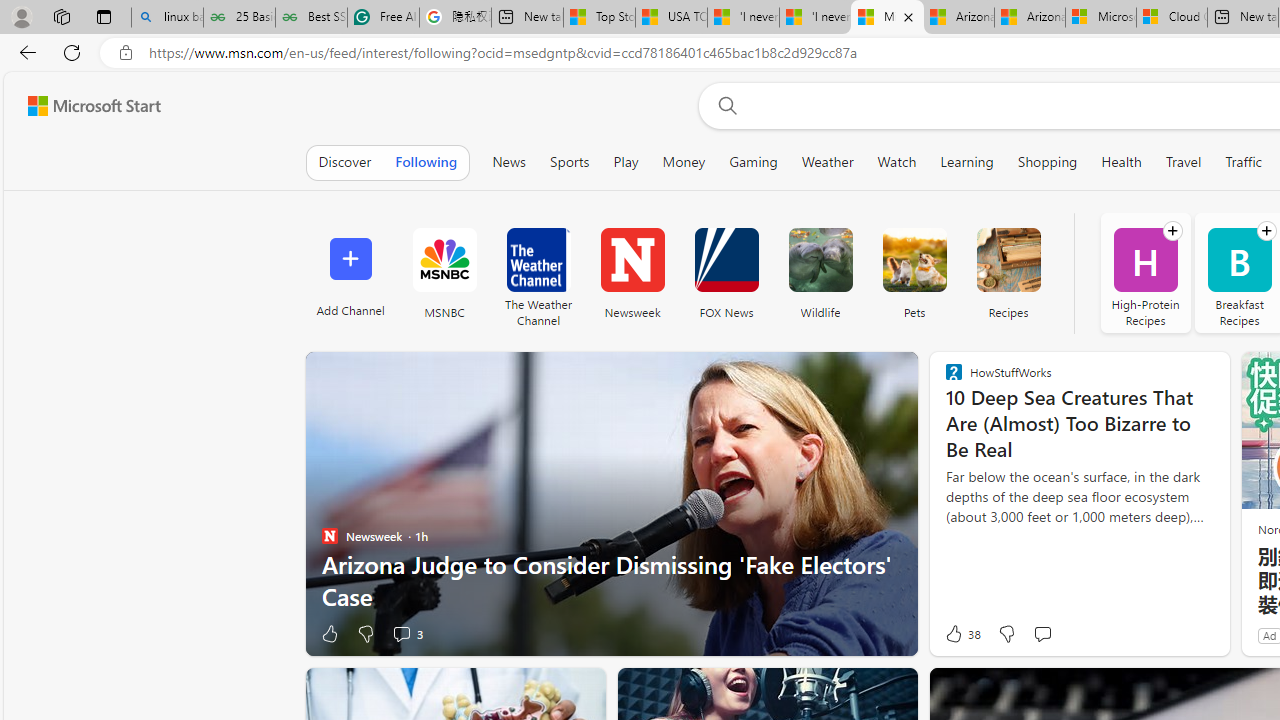 The height and width of the screenshot is (720, 1280). What do you see at coordinates (1100, 17) in the screenshot?
I see `'Microsoft Services Agreement'` at bounding box center [1100, 17].